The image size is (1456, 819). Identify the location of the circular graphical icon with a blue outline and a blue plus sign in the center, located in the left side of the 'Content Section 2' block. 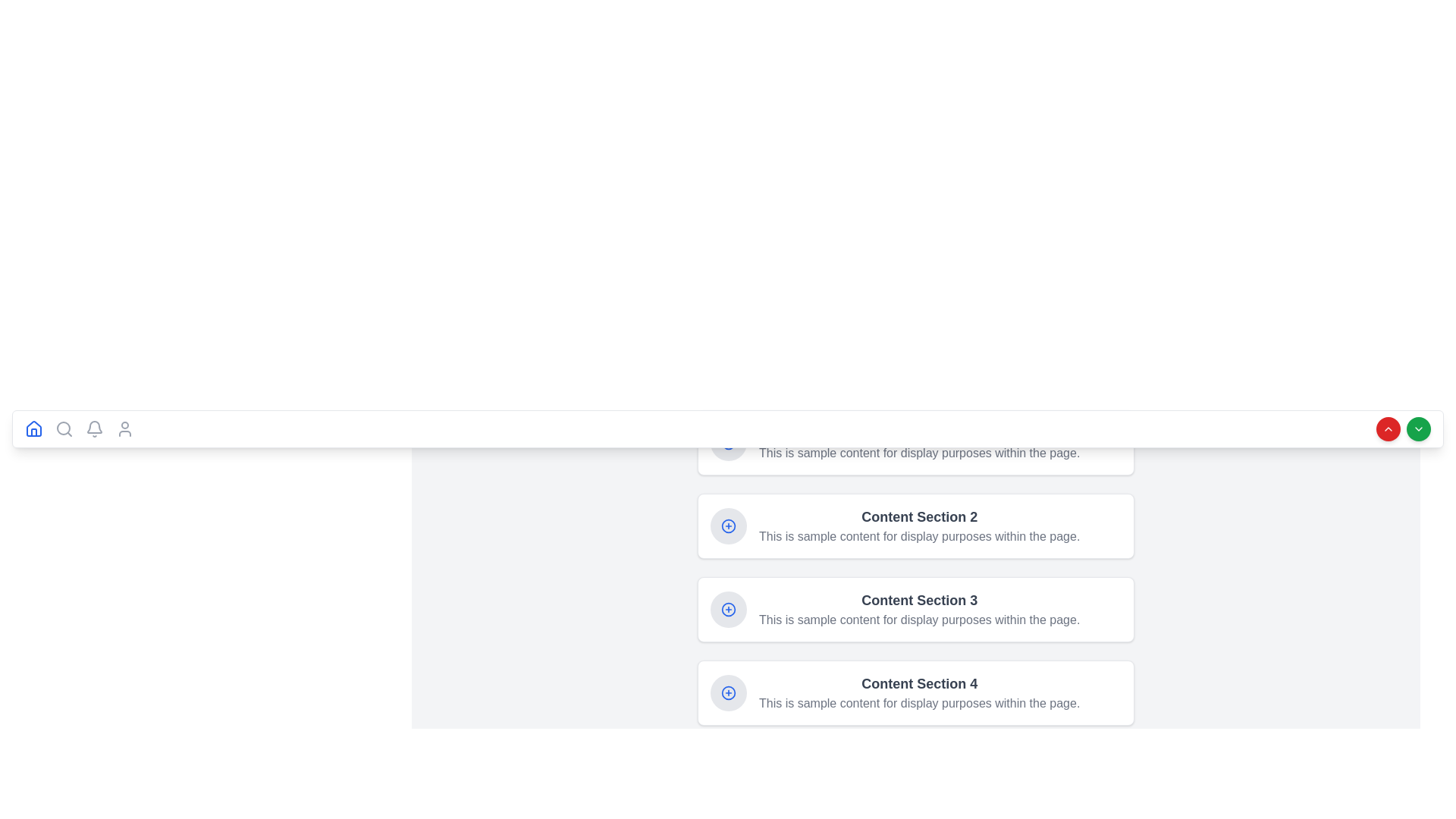
(728, 526).